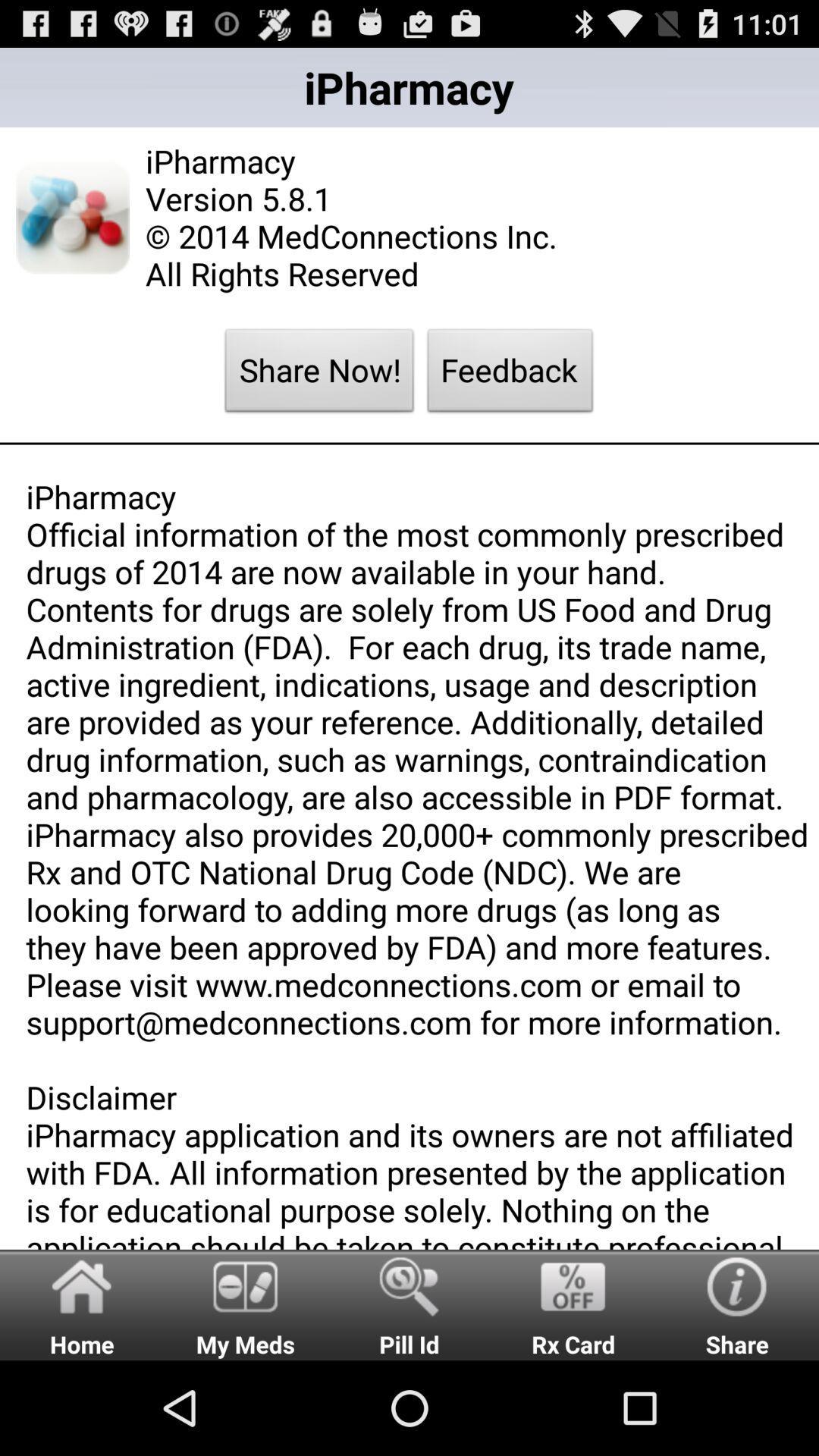  I want to click on the icon to the right of my meds item, so click(409, 1304).